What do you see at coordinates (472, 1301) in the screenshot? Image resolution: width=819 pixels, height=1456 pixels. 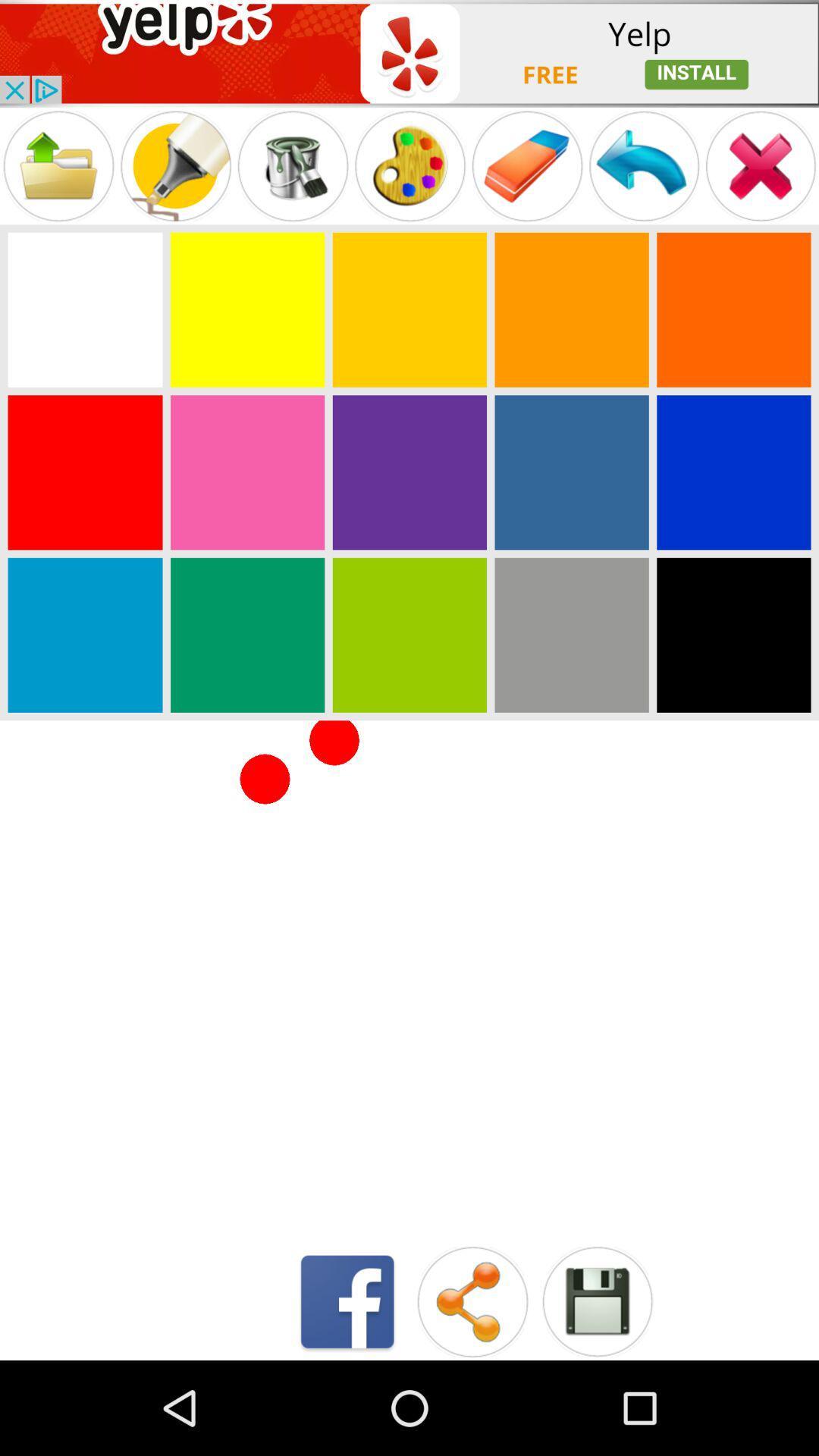 I see `share` at bounding box center [472, 1301].